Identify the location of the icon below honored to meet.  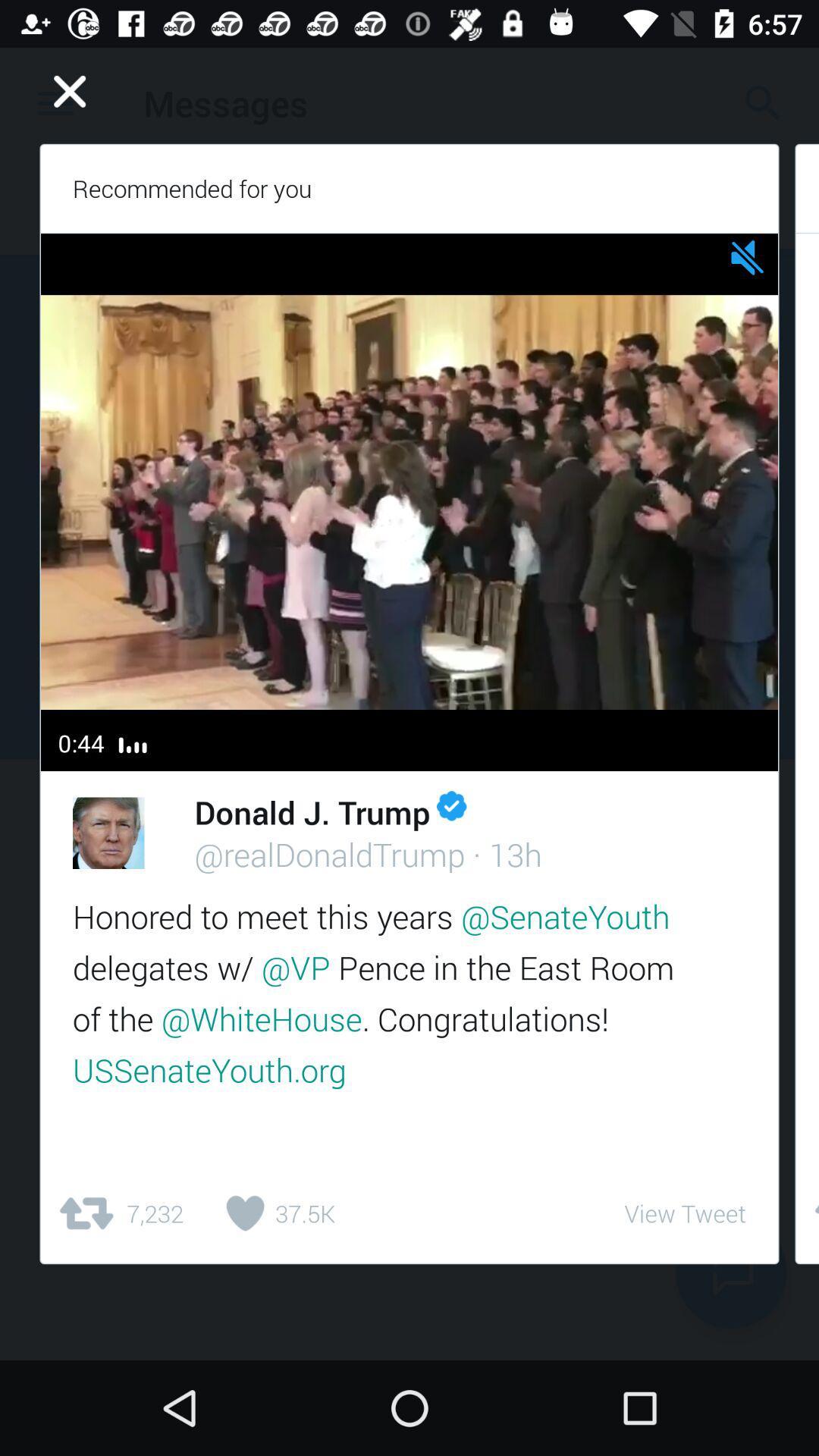
(275, 1213).